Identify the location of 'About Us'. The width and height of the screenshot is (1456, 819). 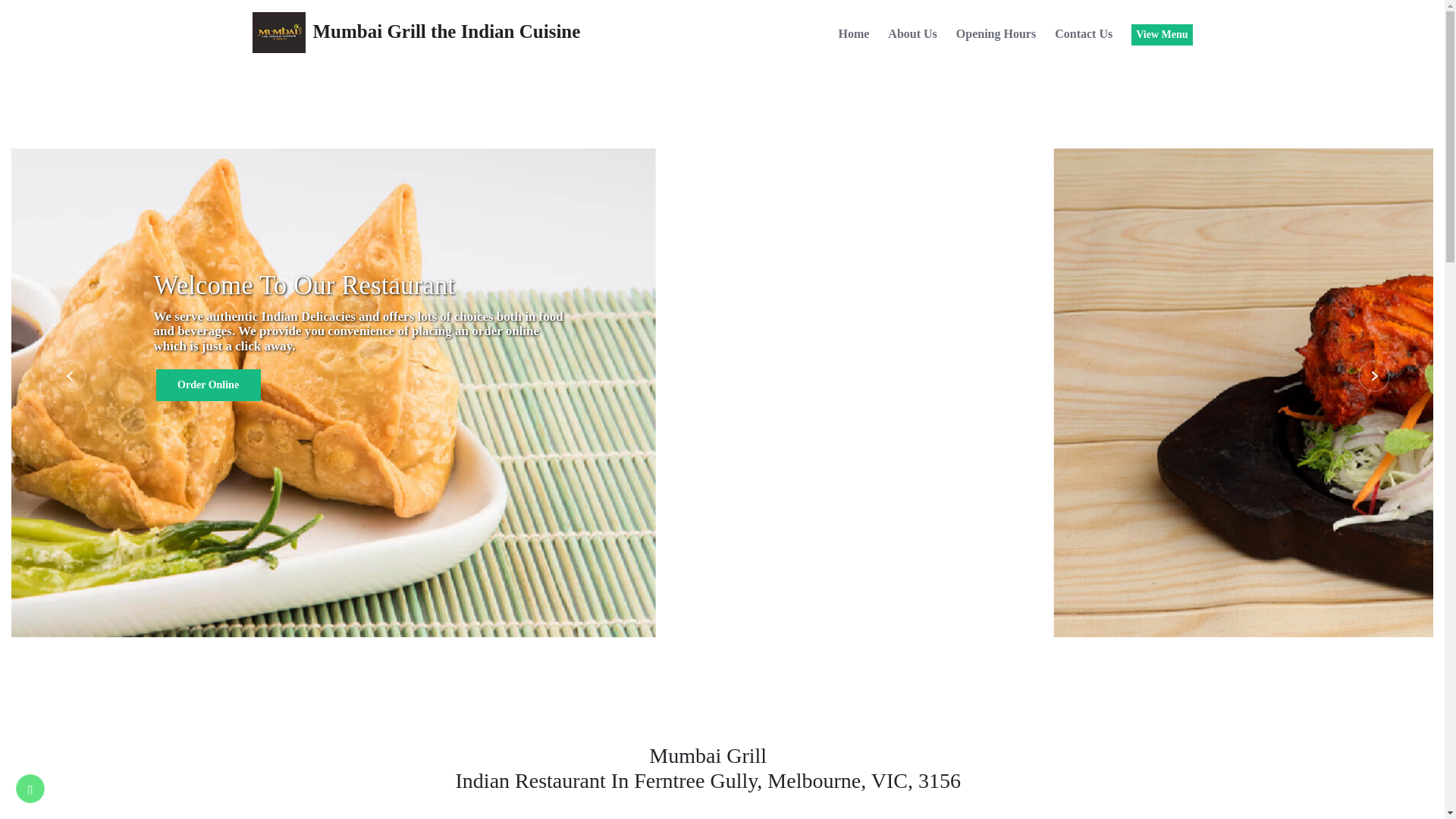
(888, 35).